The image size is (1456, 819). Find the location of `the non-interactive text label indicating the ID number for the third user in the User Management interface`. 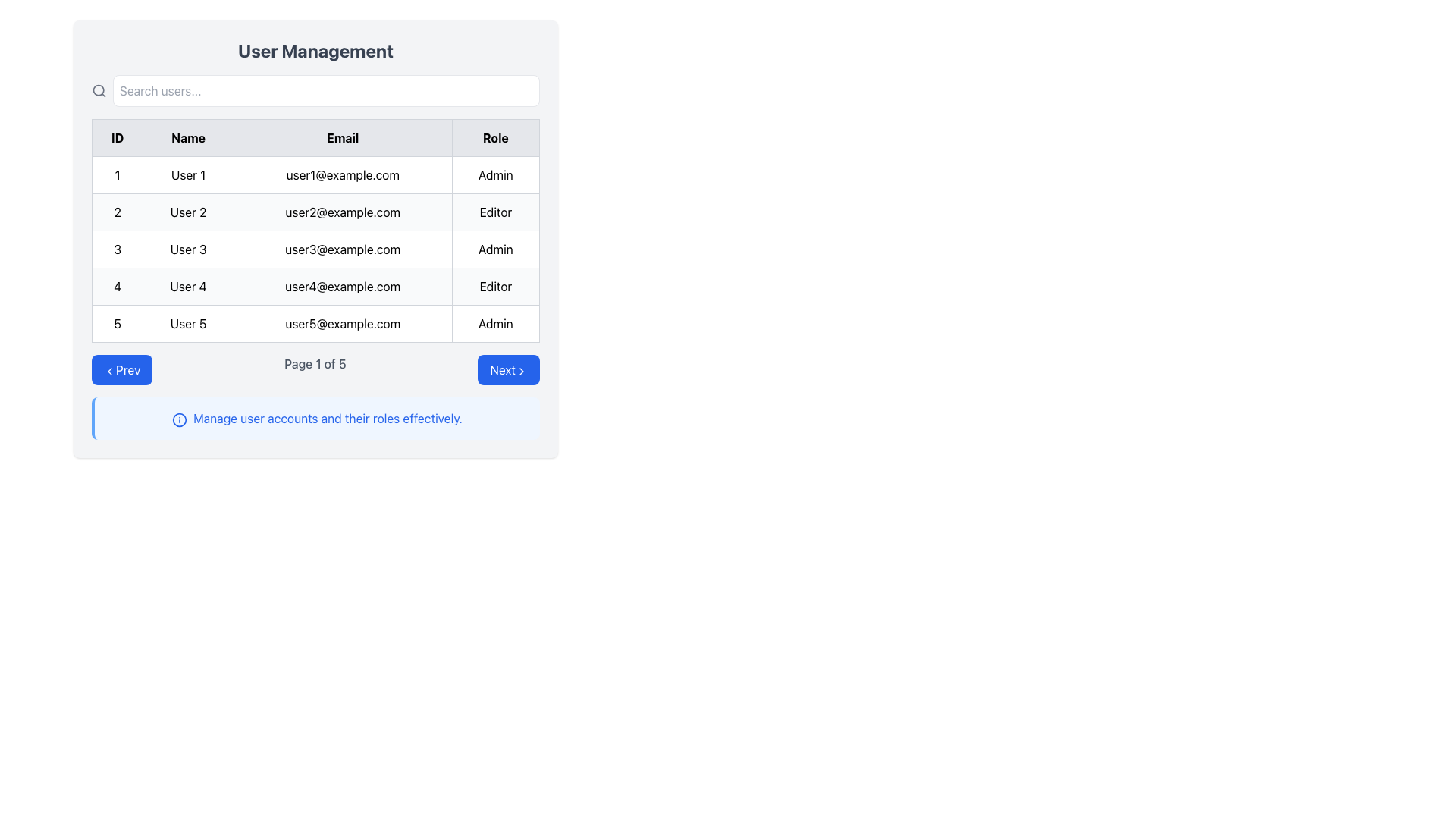

the non-interactive text label indicating the ID number for the third user in the User Management interface is located at coordinates (117, 248).